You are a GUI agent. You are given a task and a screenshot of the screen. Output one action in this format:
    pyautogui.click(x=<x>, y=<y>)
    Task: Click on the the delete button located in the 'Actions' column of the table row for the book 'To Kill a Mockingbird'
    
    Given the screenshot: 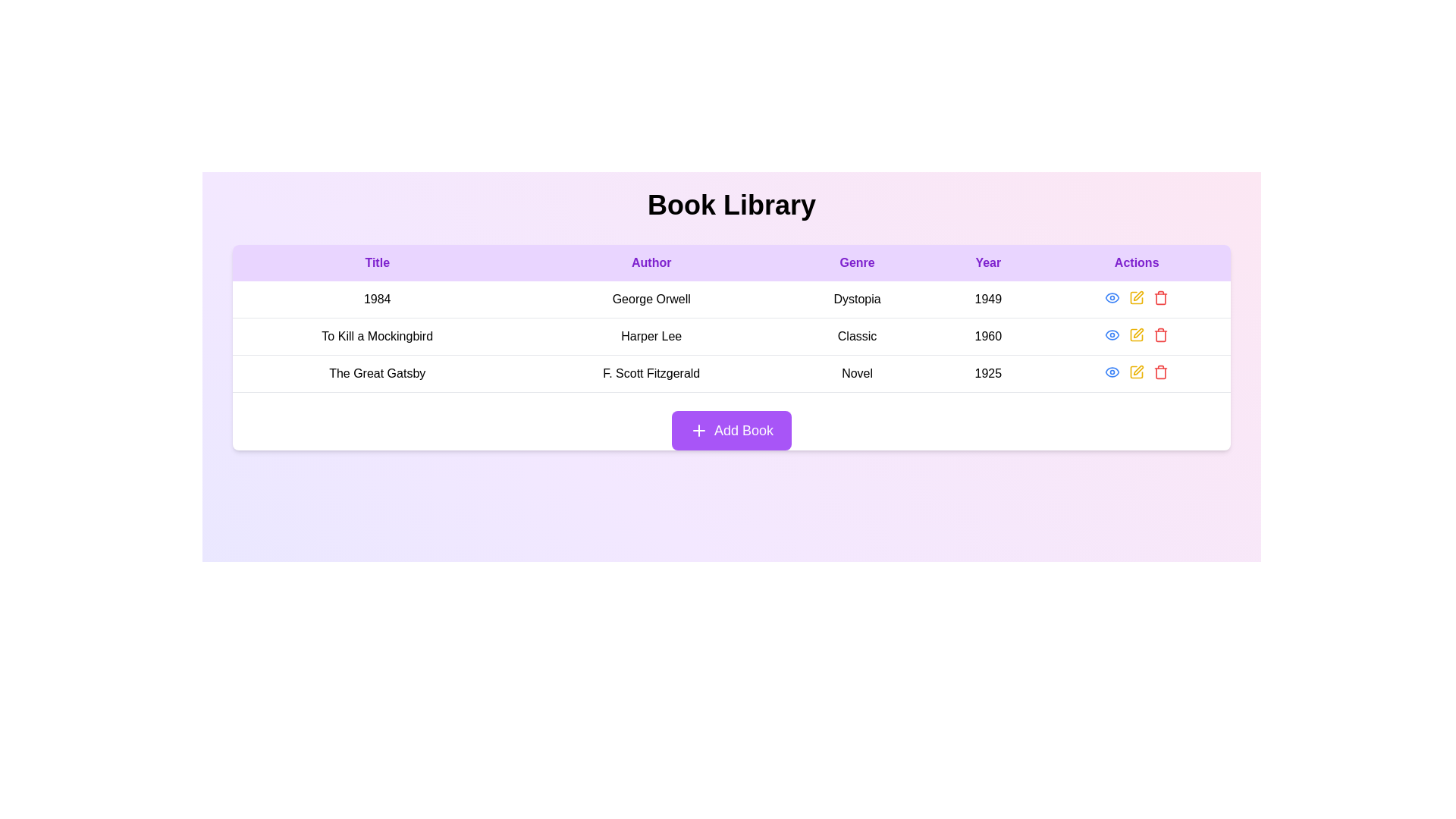 What is the action you would take?
    pyautogui.click(x=1160, y=334)
    